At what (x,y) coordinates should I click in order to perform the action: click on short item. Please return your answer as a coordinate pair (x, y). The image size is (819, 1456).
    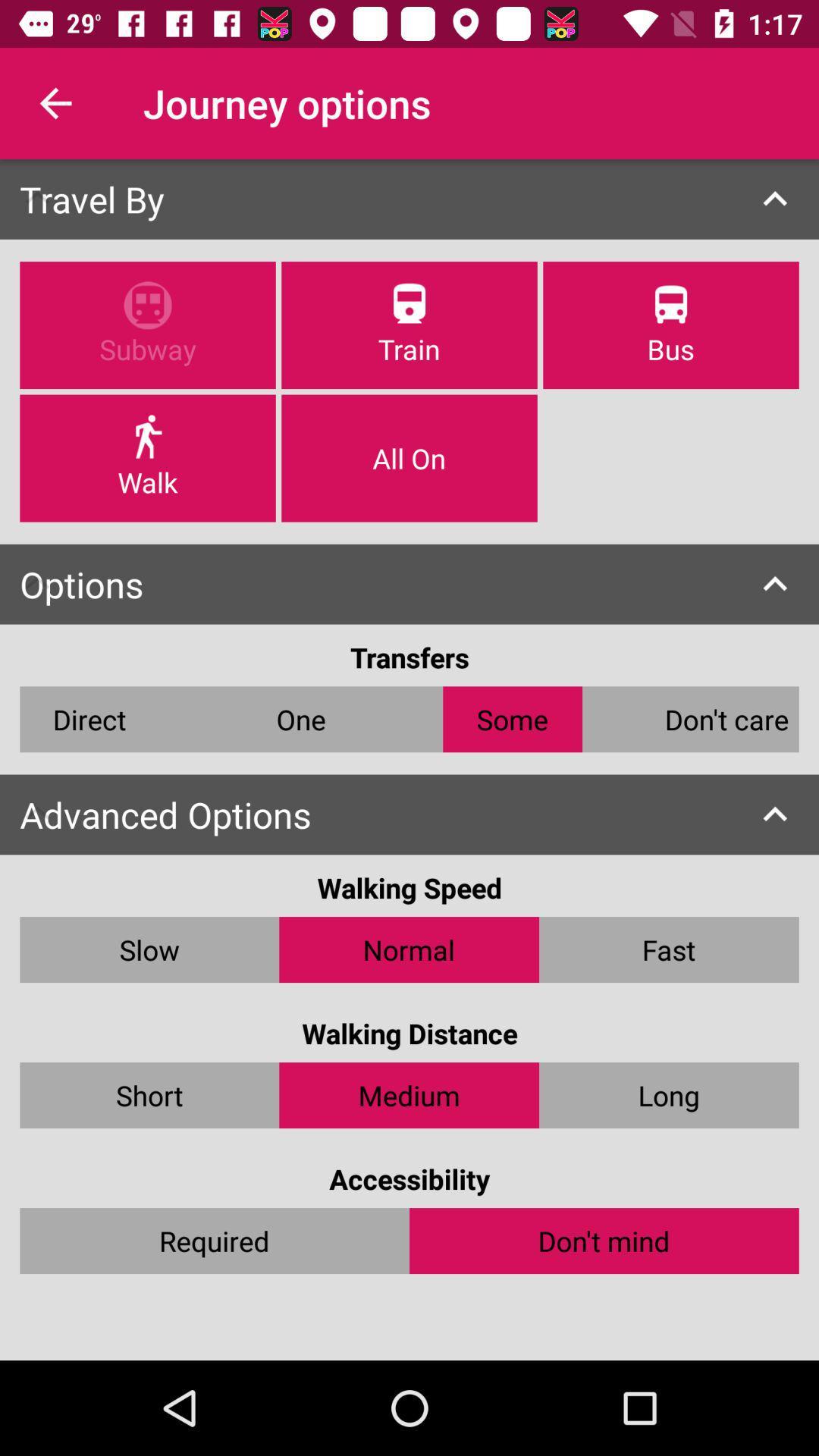
    Looking at the image, I should click on (149, 1095).